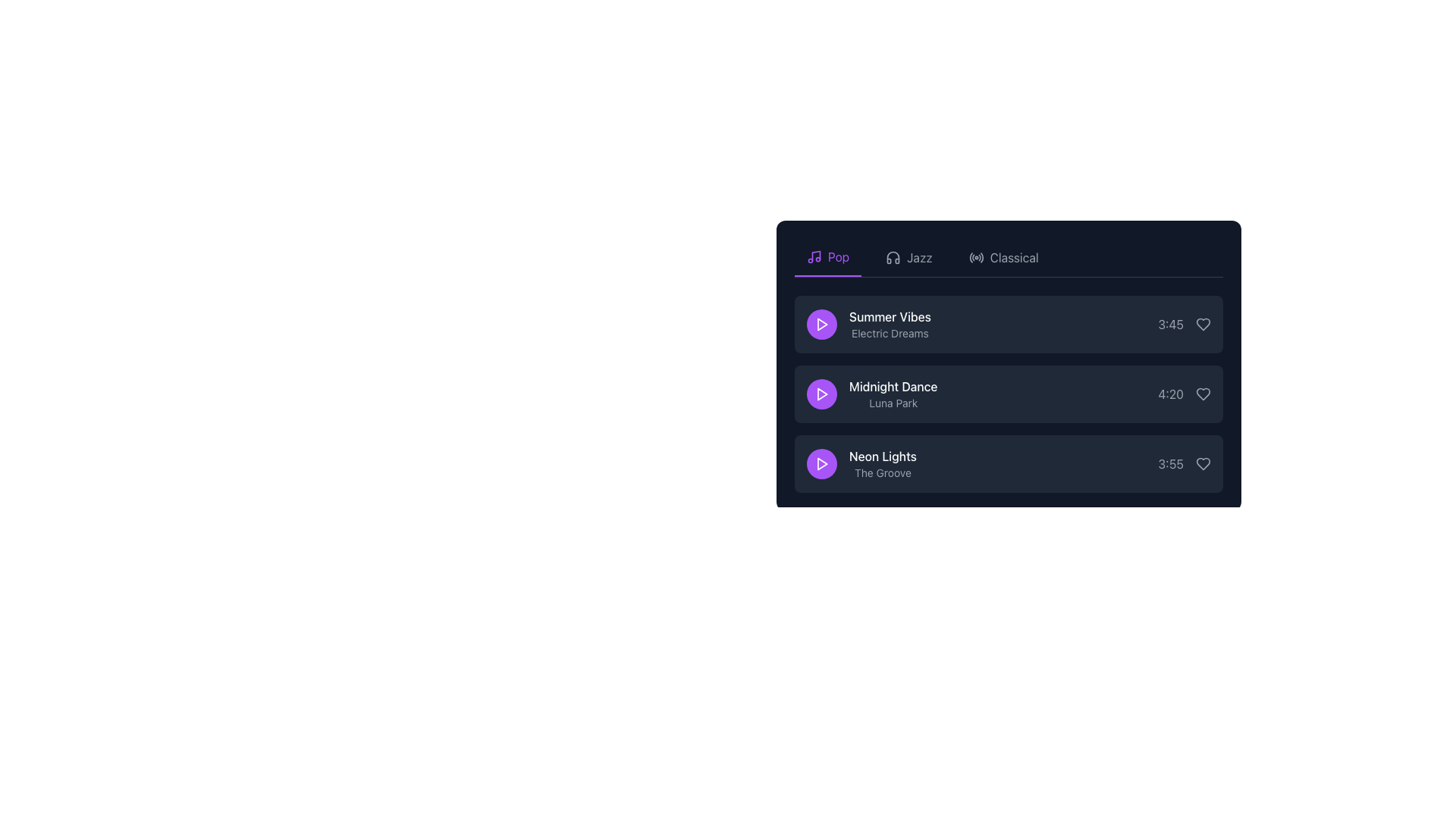 This screenshot has width=1456, height=819. Describe the element at coordinates (1203, 463) in the screenshot. I see `the heart icon button with a gray outline located in the third column of the song track list` at that location.